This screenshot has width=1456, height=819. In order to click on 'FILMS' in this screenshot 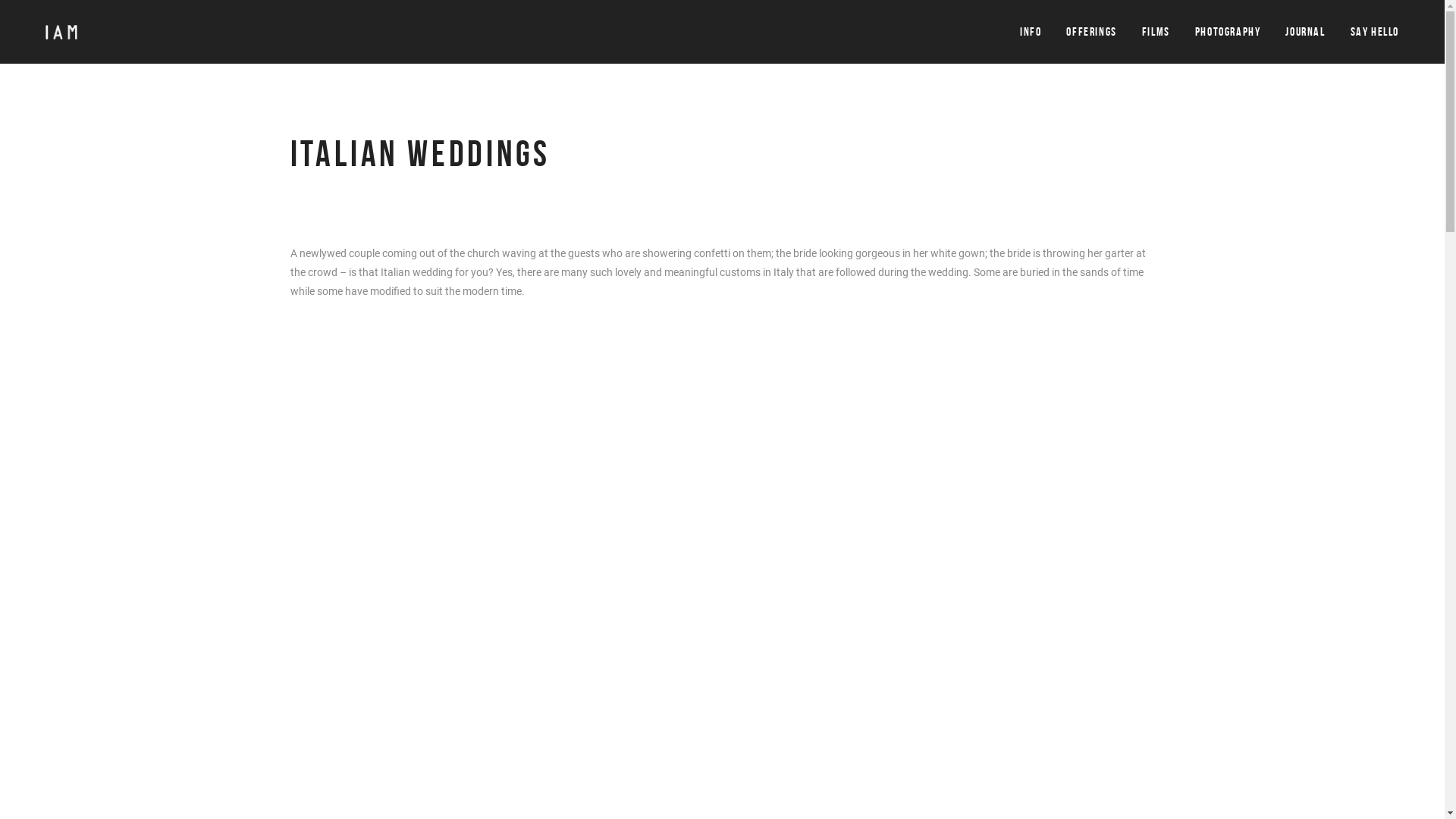, I will do `click(1155, 32)`.